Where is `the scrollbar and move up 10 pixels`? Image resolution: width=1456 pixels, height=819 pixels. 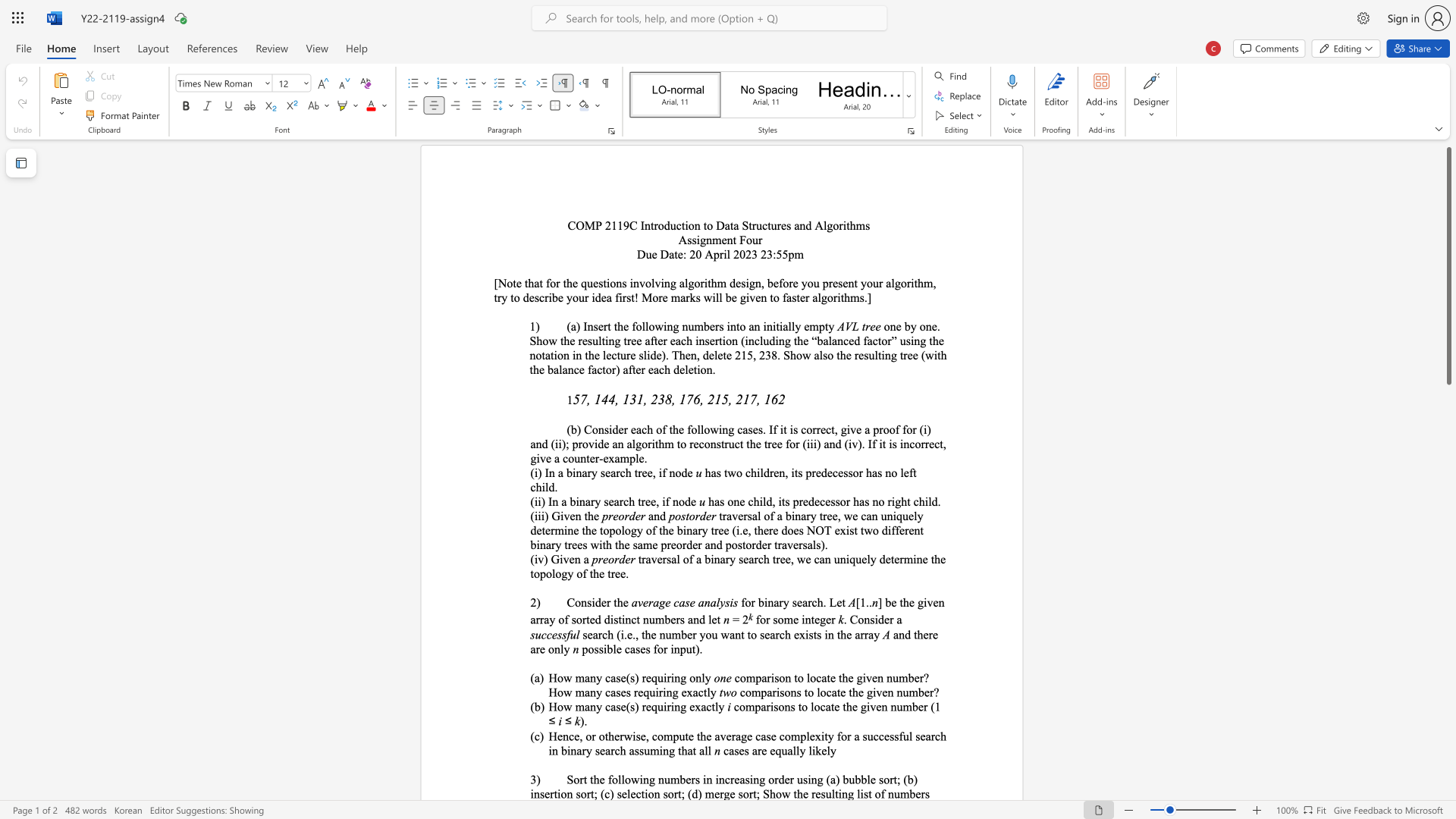
the scrollbar and move up 10 pixels is located at coordinates (1448, 265).